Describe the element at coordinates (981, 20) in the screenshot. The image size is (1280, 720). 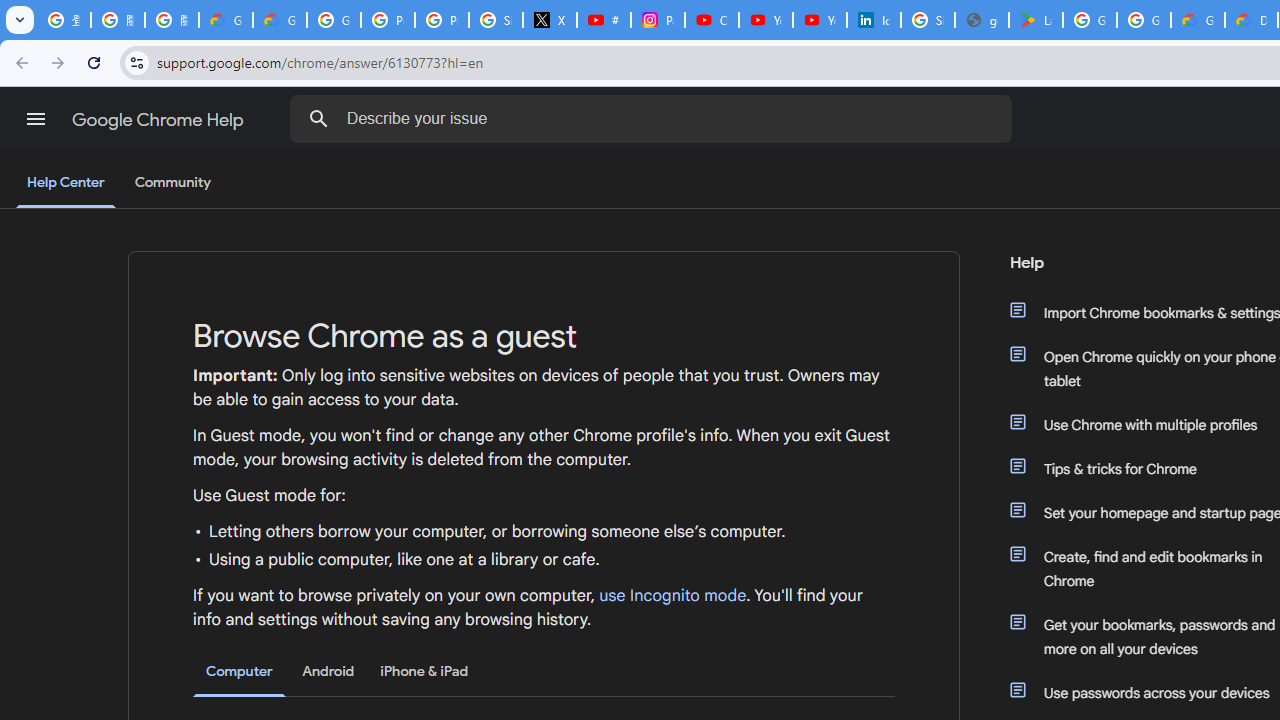
I see `'google_privacy_policy_en.pdf'` at that location.